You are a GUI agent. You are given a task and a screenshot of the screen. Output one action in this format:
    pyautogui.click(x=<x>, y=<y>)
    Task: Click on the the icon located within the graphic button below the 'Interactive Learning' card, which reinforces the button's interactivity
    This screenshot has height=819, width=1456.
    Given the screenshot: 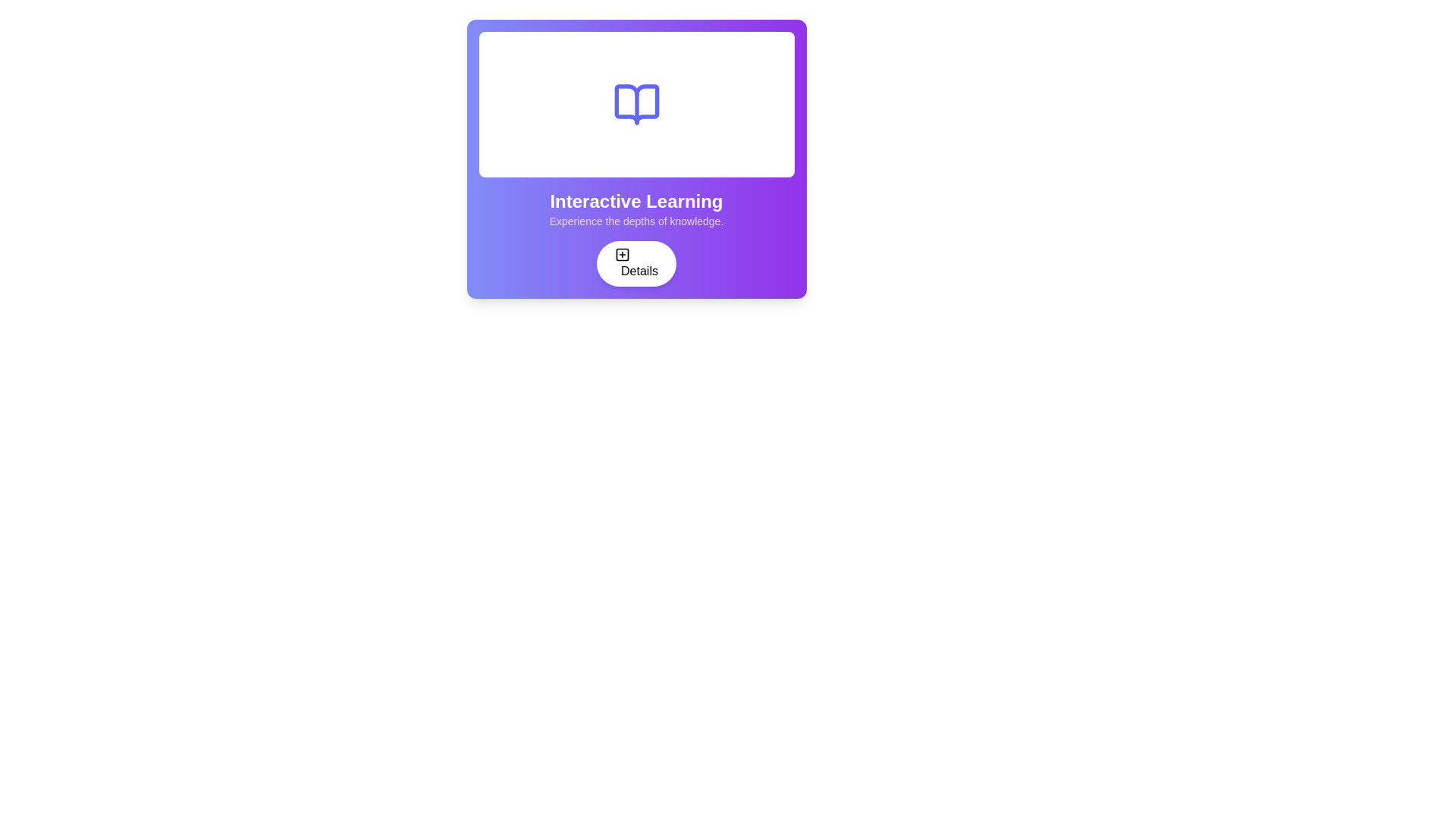 What is the action you would take?
    pyautogui.click(x=622, y=253)
    